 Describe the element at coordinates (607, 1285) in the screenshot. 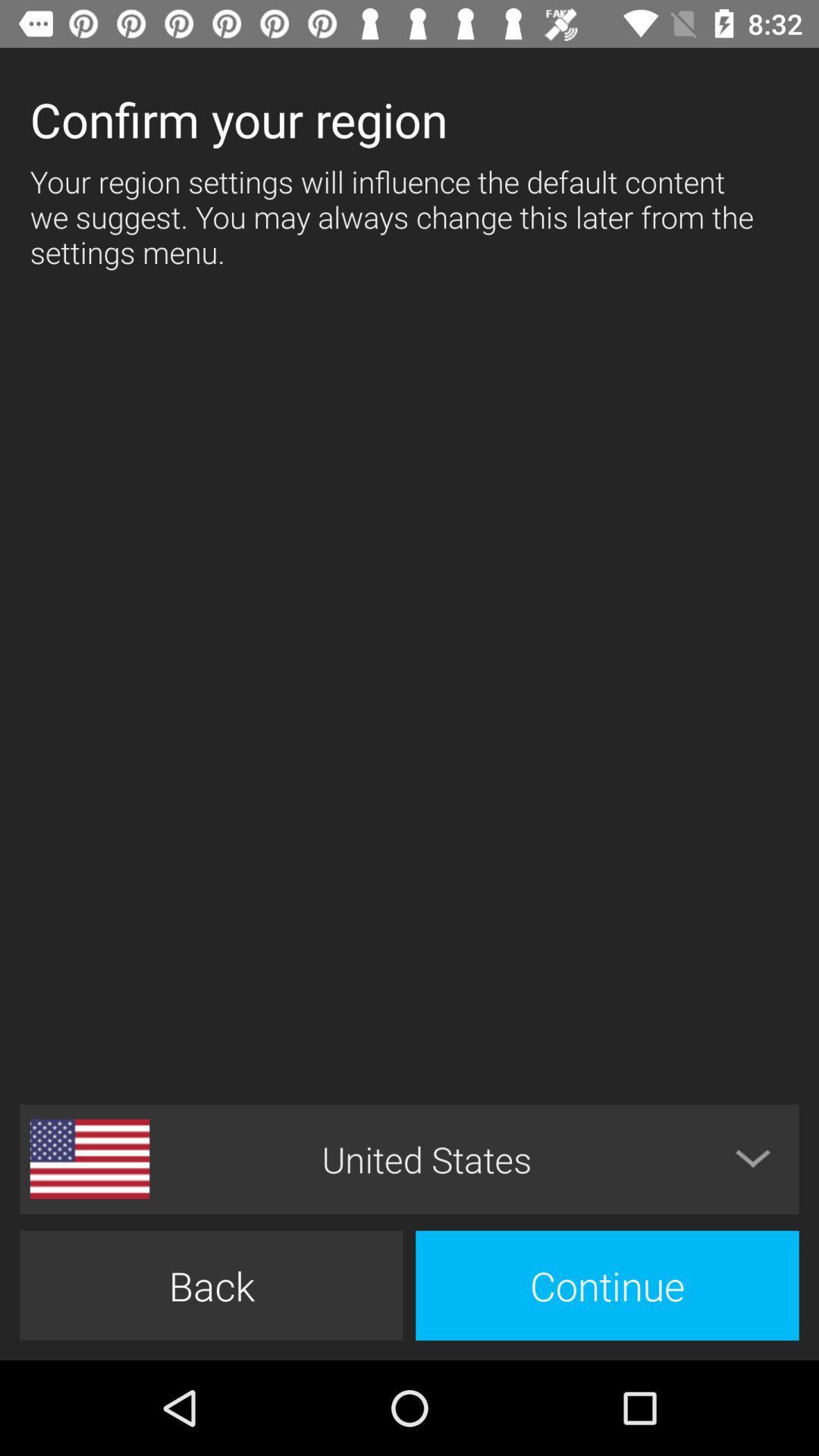

I see `the continue item` at that location.